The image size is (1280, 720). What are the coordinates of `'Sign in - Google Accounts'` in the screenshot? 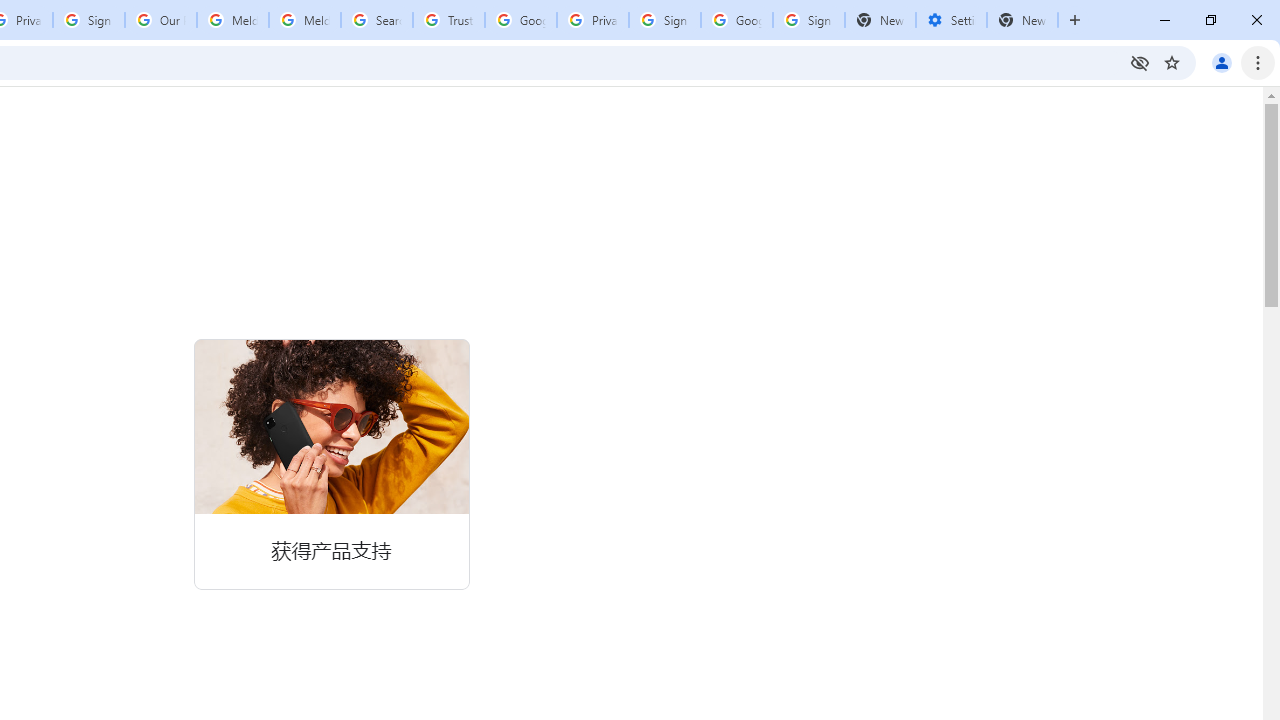 It's located at (664, 20).